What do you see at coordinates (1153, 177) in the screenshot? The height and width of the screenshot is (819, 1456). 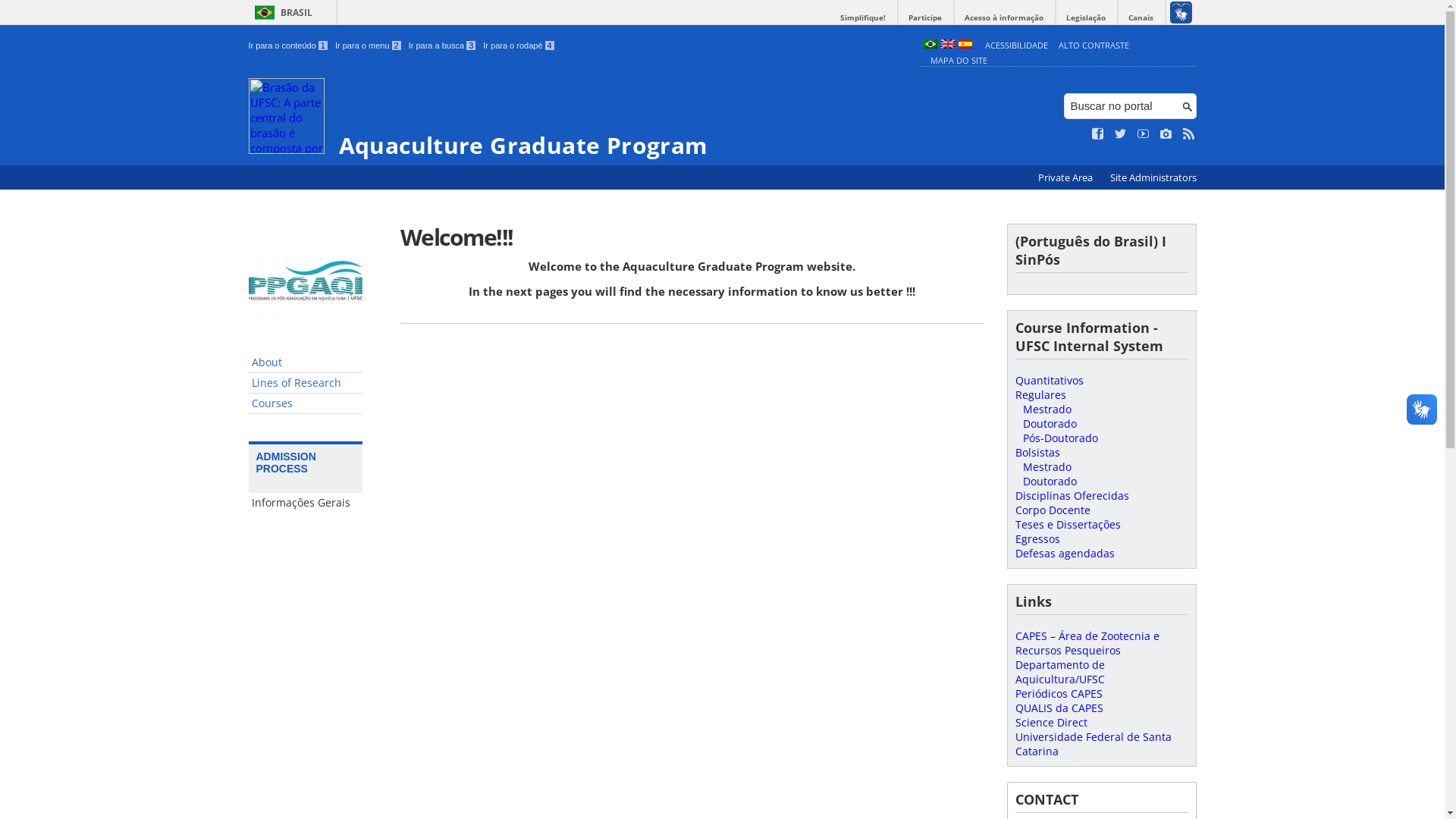 I see `'Site Administrators'` at bounding box center [1153, 177].